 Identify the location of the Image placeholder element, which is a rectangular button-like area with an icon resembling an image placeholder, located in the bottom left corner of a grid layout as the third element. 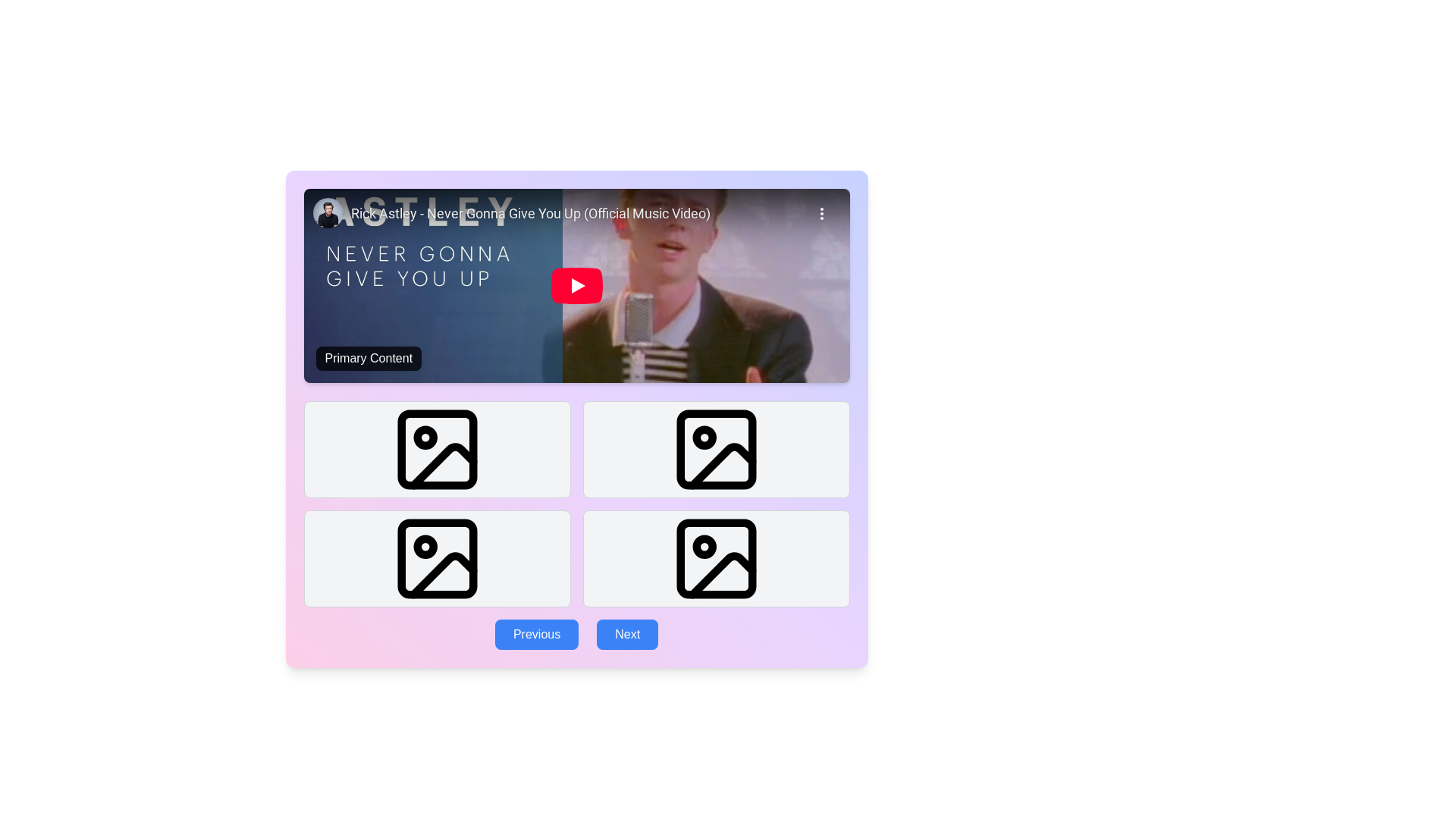
(436, 558).